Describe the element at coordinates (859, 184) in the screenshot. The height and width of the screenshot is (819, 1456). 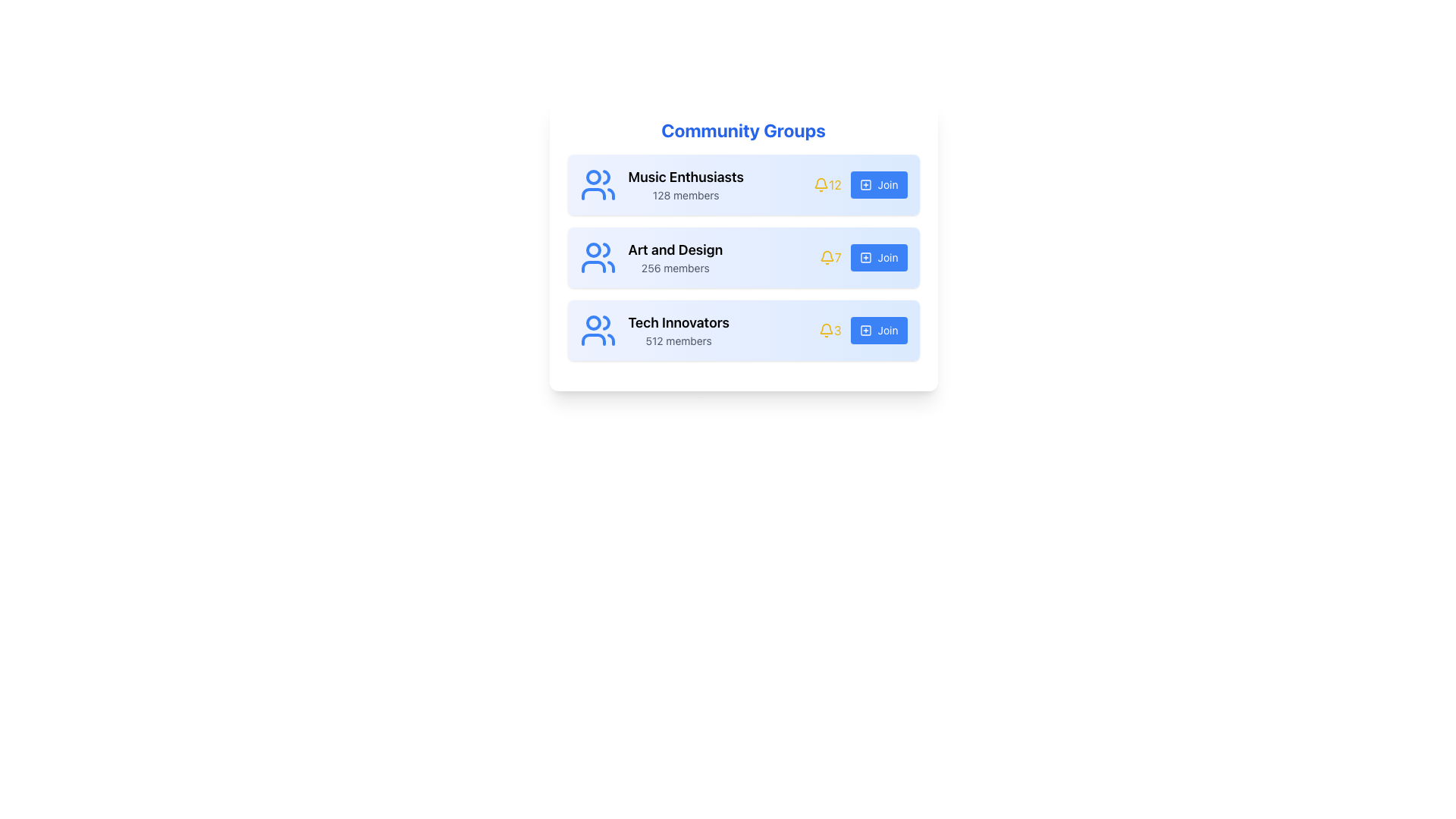
I see `the 'Join' button for the 'Music Enthusiasts 128 members' group located in the 'Community Groups' section` at that location.